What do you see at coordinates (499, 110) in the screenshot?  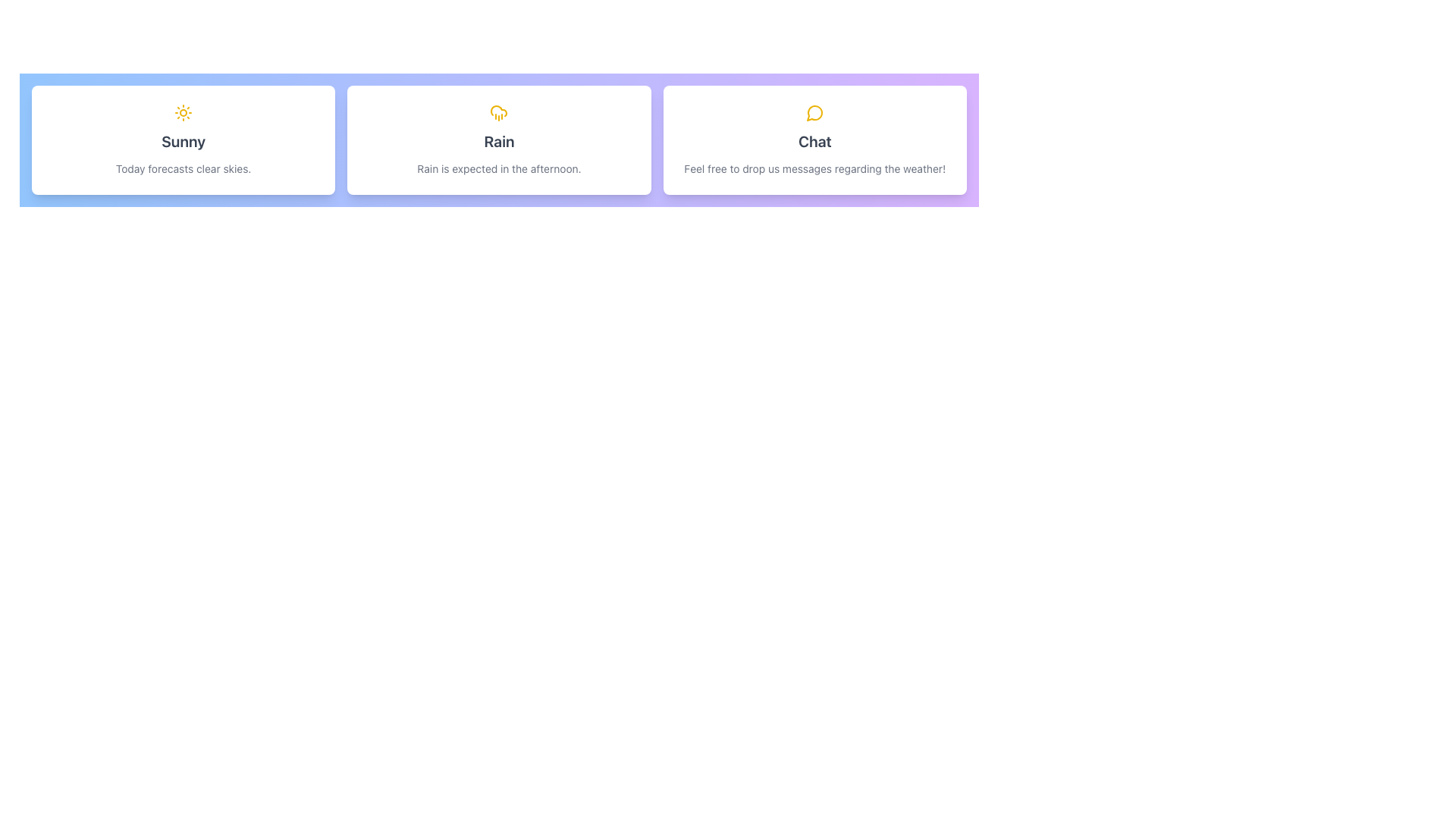 I see `the cloud icon with a rain pattern located in the upper section of the 'Rain' card for accessibility tools` at bounding box center [499, 110].